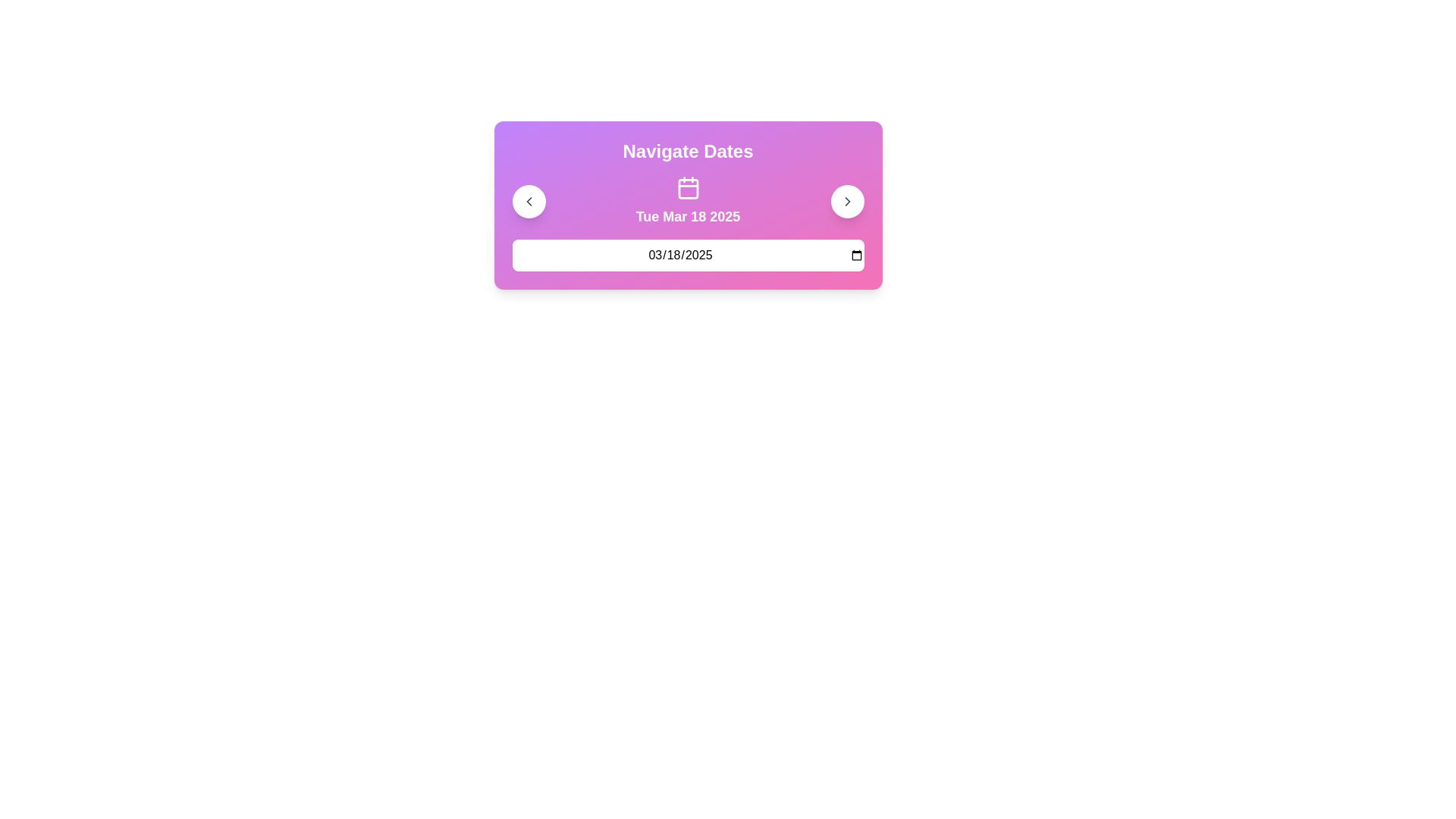 The image size is (1456, 819). What do you see at coordinates (529, 201) in the screenshot?
I see `the backward navigation arrow icon located within the circular button on the far-left side of the 'Navigate Dates' user interface` at bounding box center [529, 201].